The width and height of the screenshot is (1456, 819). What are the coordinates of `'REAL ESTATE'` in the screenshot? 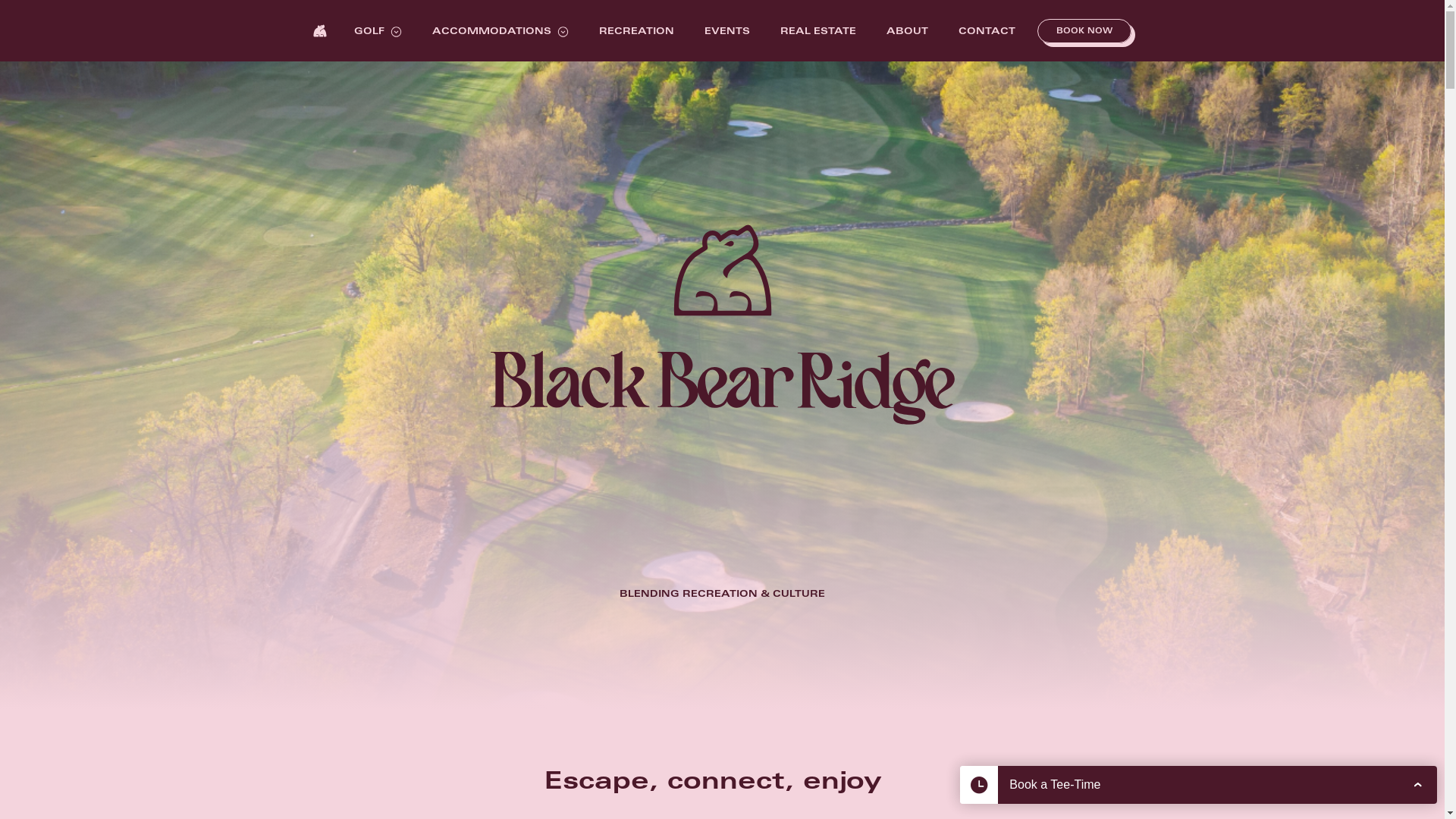 It's located at (817, 32).